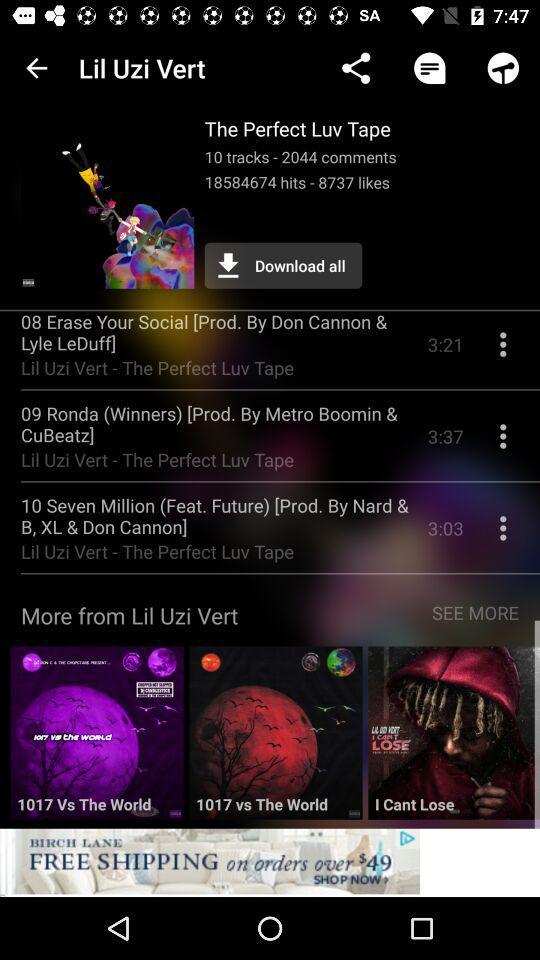 The height and width of the screenshot is (960, 540). Describe the element at coordinates (454, 739) in the screenshot. I see `hit i ca n't lose` at that location.